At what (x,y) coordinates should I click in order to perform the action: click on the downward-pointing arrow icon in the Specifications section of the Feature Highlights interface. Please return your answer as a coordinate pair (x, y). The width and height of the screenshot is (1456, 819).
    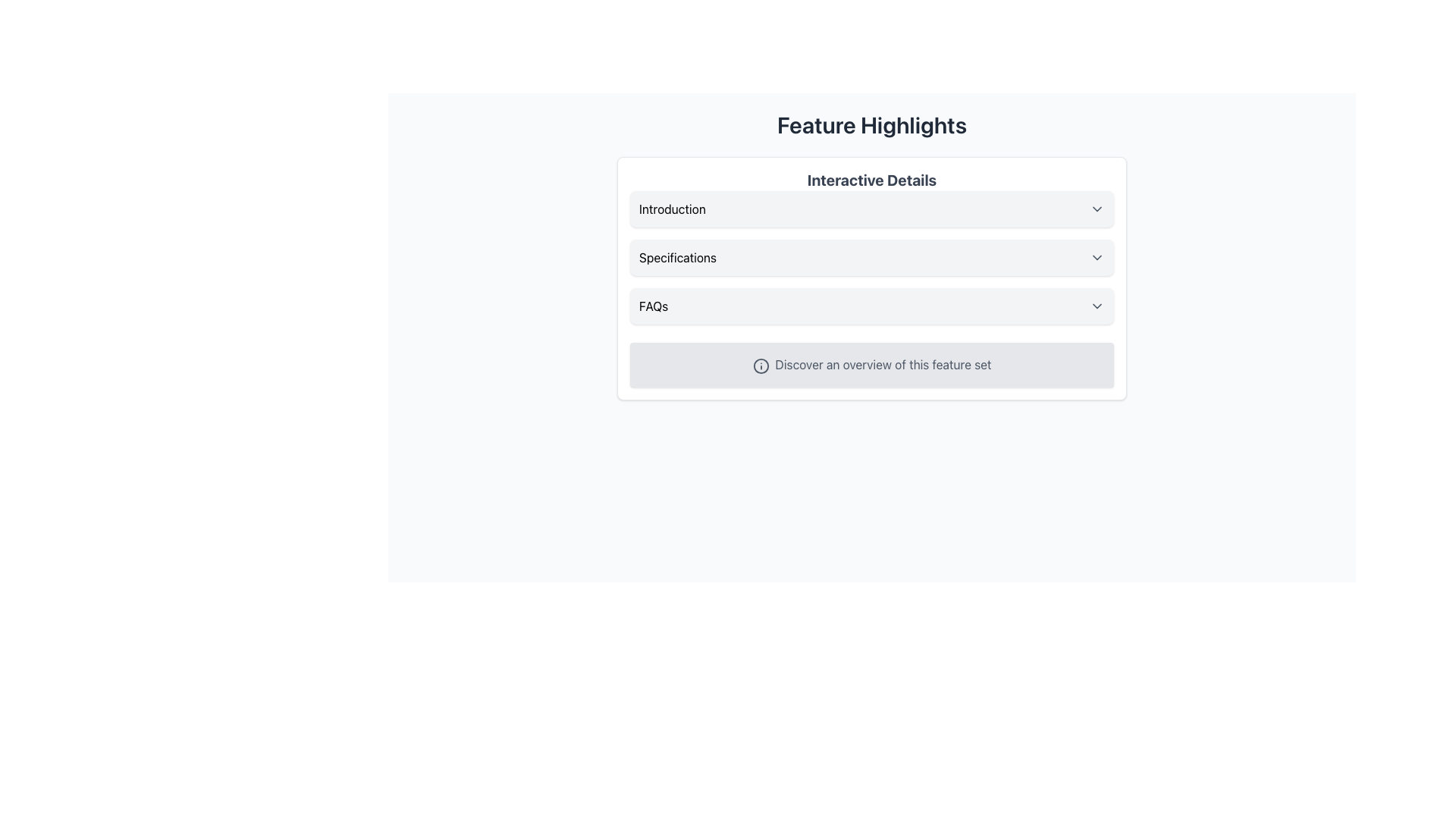
    Looking at the image, I should click on (1097, 256).